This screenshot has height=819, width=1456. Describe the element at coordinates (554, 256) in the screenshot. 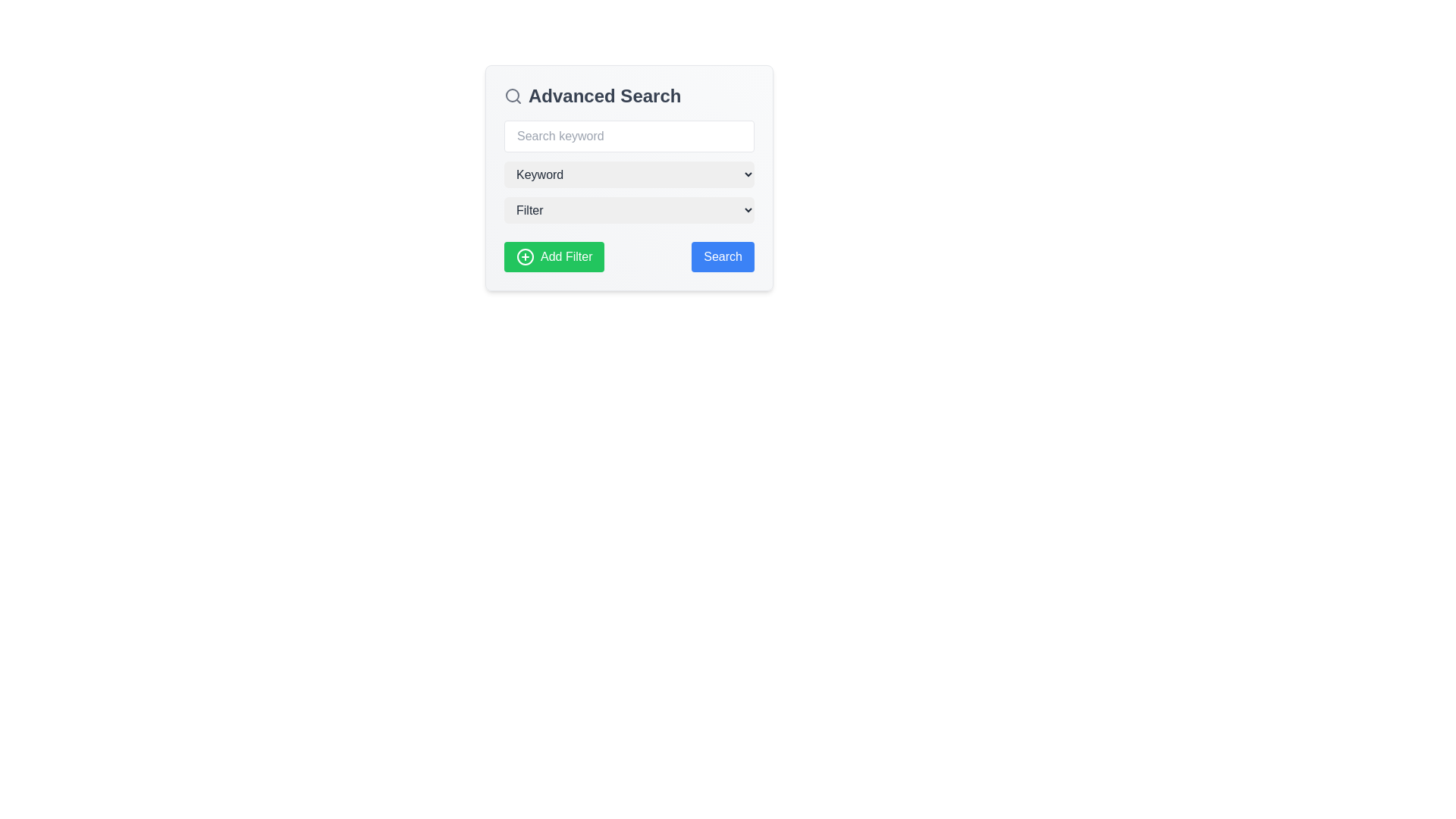

I see `the 'Add Filter' button, which has a green background, rounded corners, and white text, located to the left of the 'Search' button` at that location.